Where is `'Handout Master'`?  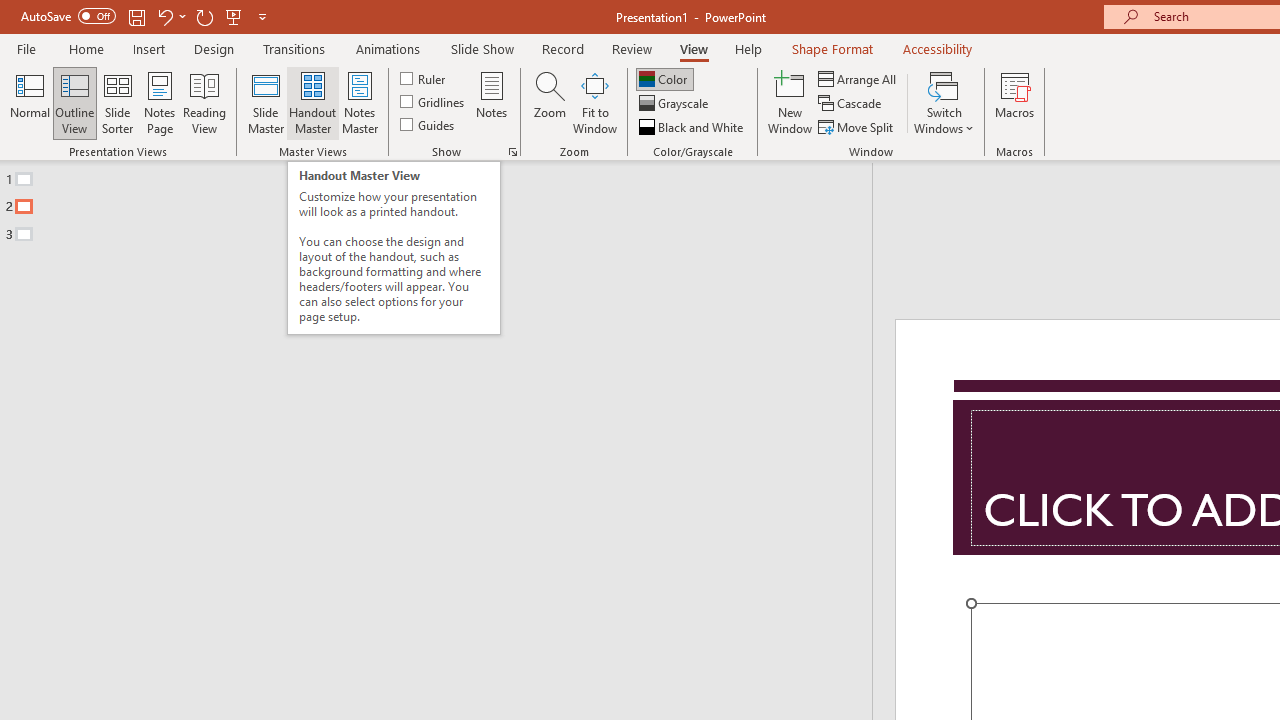 'Handout Master' is located at coordinates (311, 103).